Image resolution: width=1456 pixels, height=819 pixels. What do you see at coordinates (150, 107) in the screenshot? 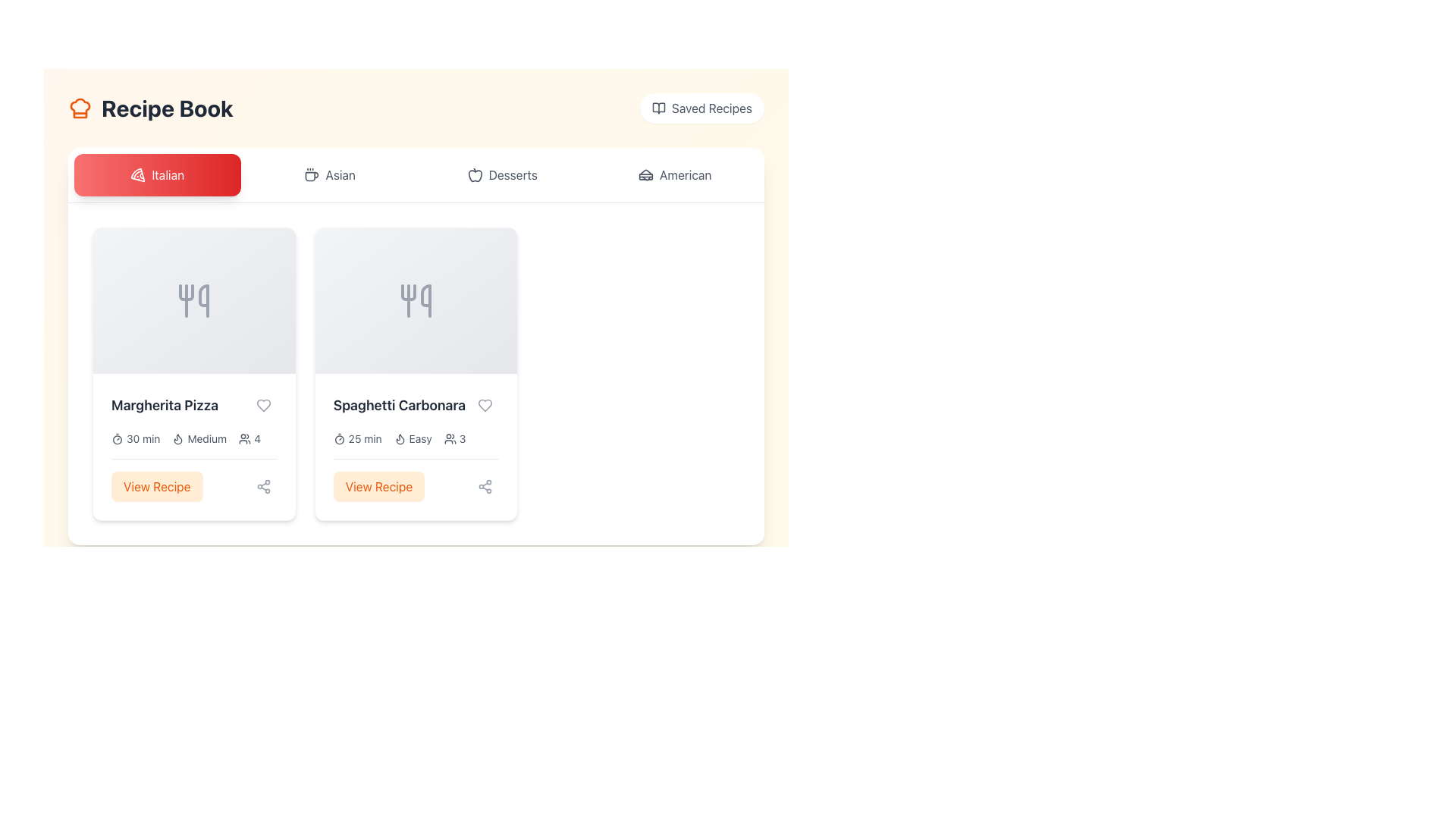
I see `the 'Recipe Book' text label with the accompanying orange chef hat icon, which is positioned in the upper-left corner of the interface beneath the top navigation area` at bounding box center [150, 107].